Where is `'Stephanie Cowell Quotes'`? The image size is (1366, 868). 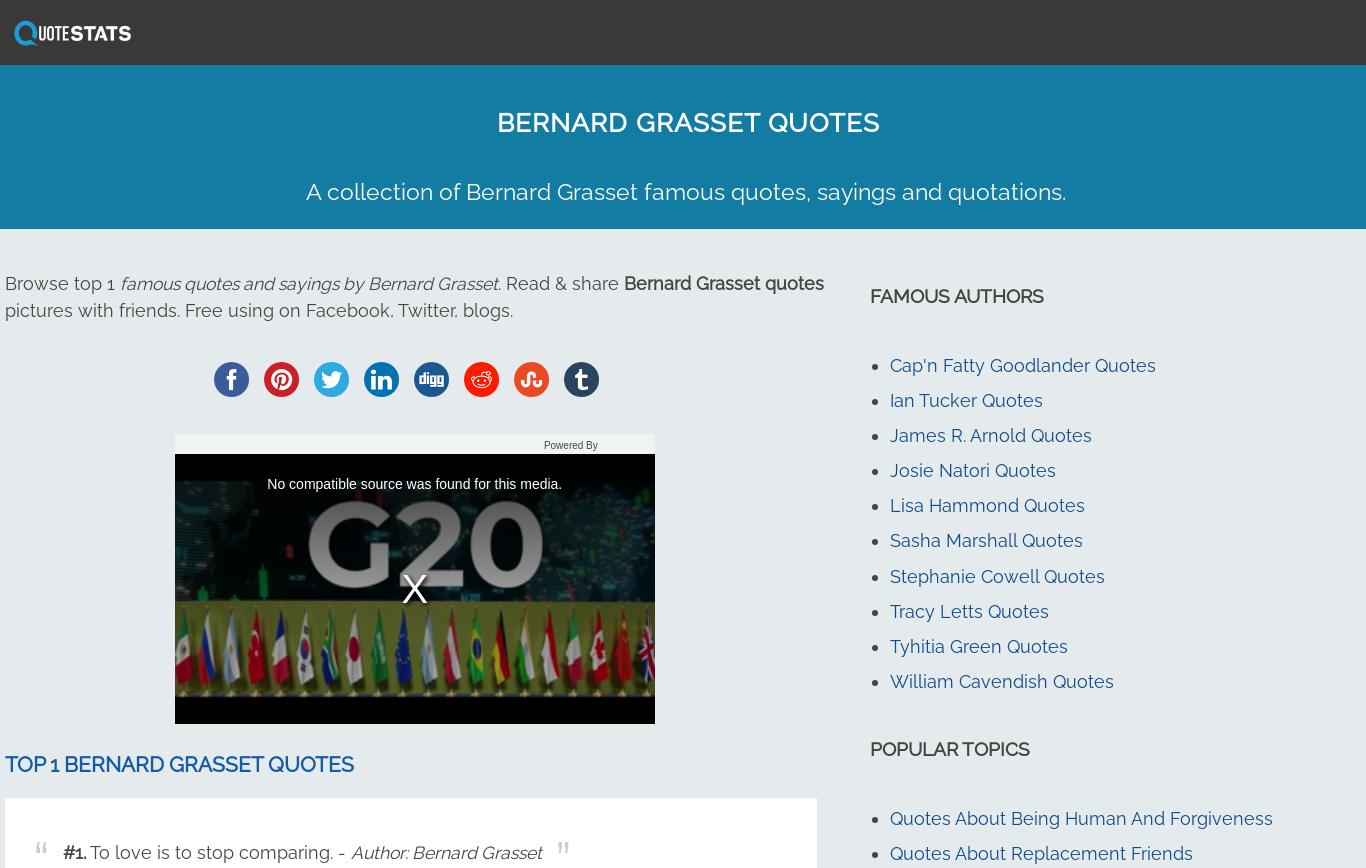
'Stephanie Cowell Quotes' is located at coordinates (887, 575).